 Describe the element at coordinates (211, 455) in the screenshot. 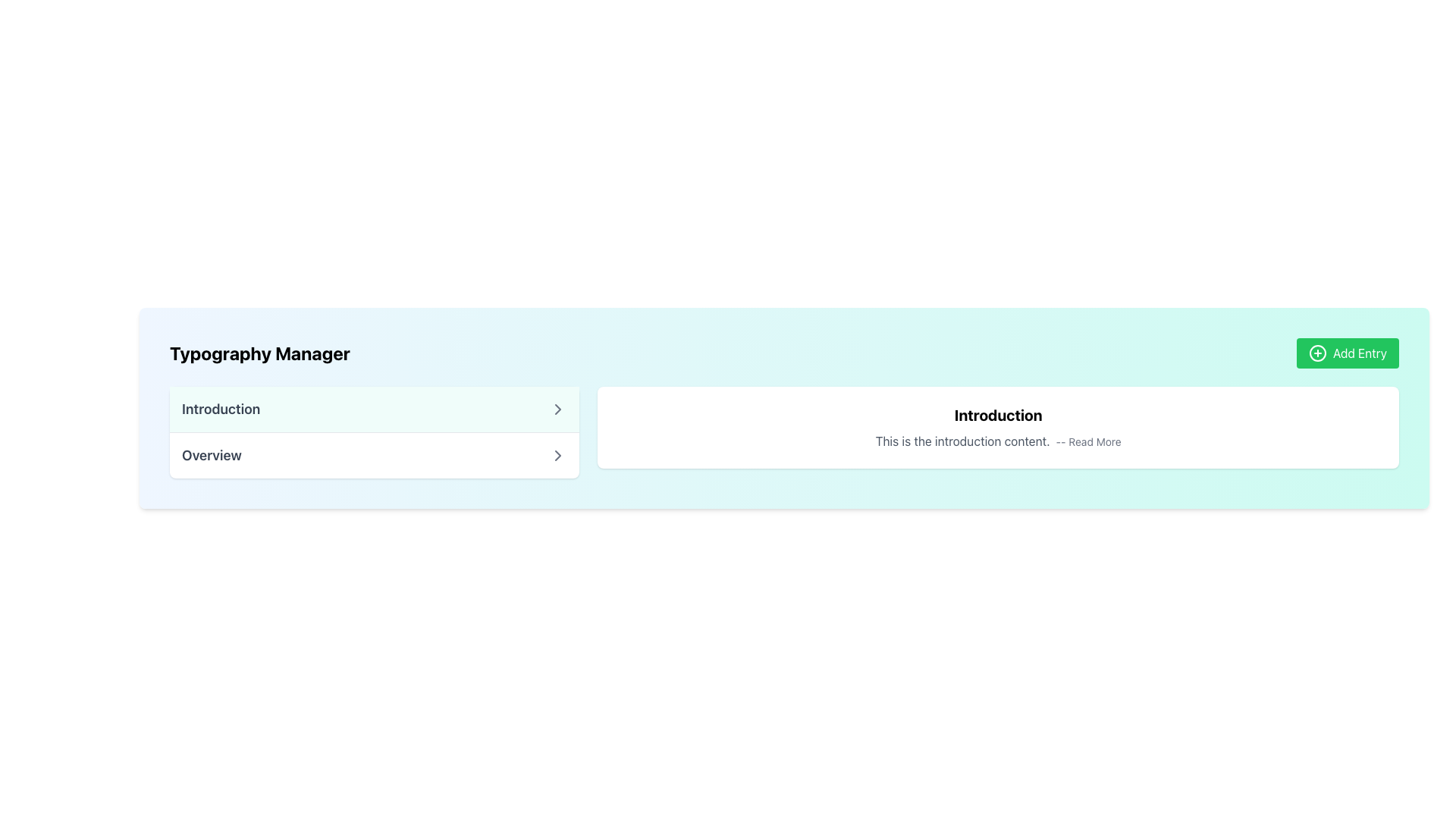

I see `the 'Overview' text label, which is bold and dark gray` at that location.